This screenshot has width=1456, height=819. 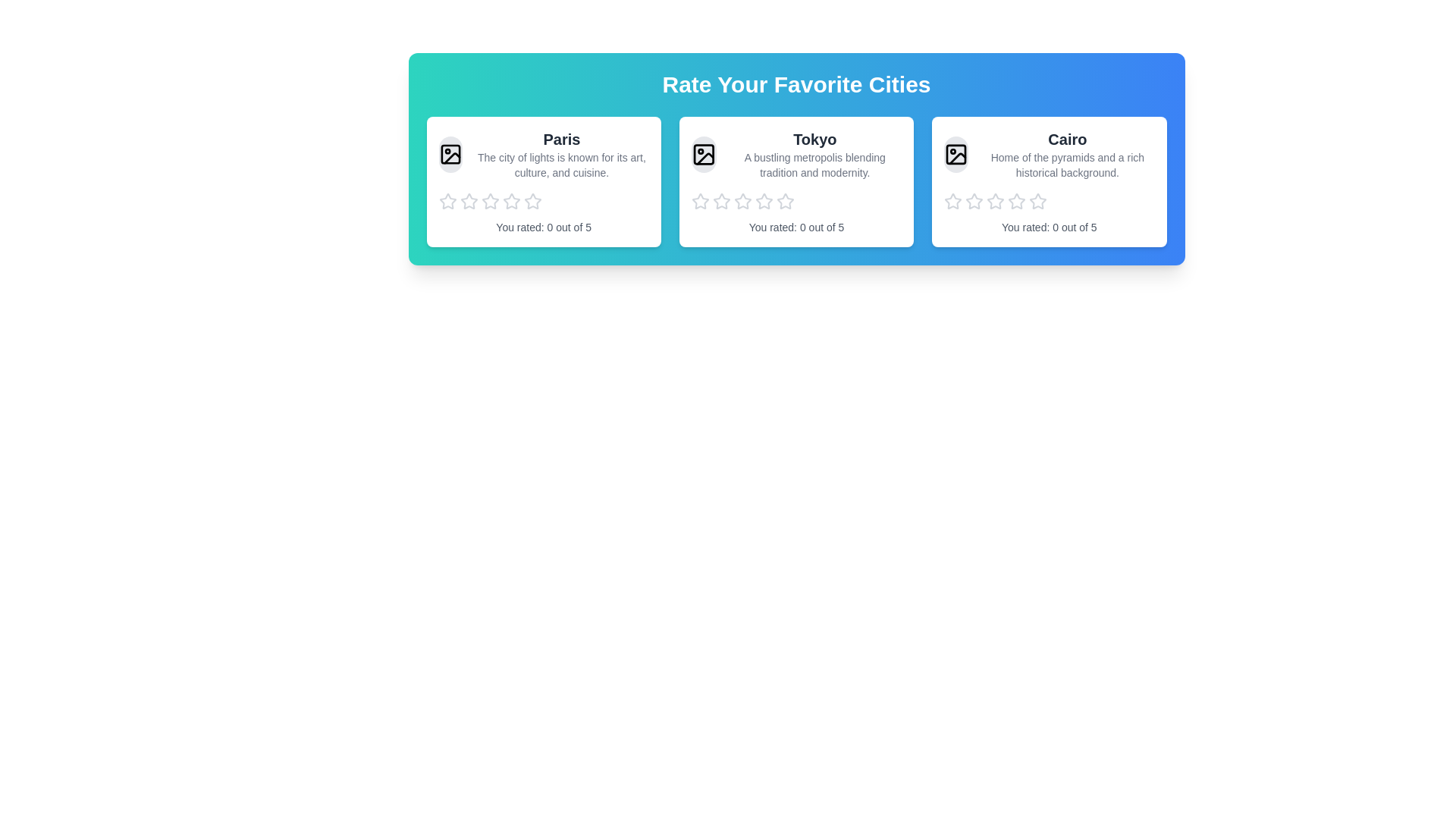 I want to click on across the stars in the Rating widget for the 'Paris' location, so click(x=544, y=201).